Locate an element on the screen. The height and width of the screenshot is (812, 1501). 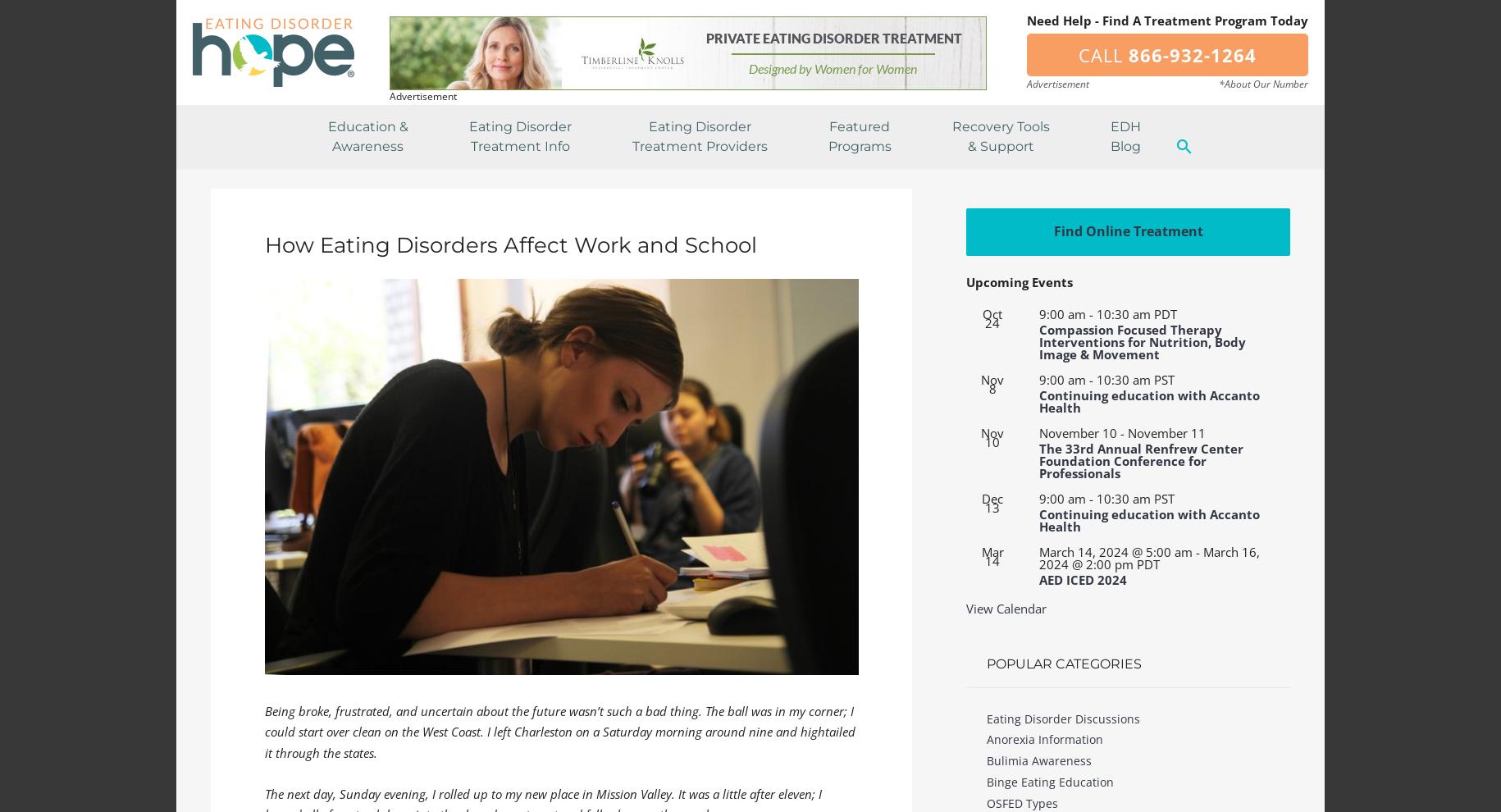
'Dec' is located at coordinates (992, 496).